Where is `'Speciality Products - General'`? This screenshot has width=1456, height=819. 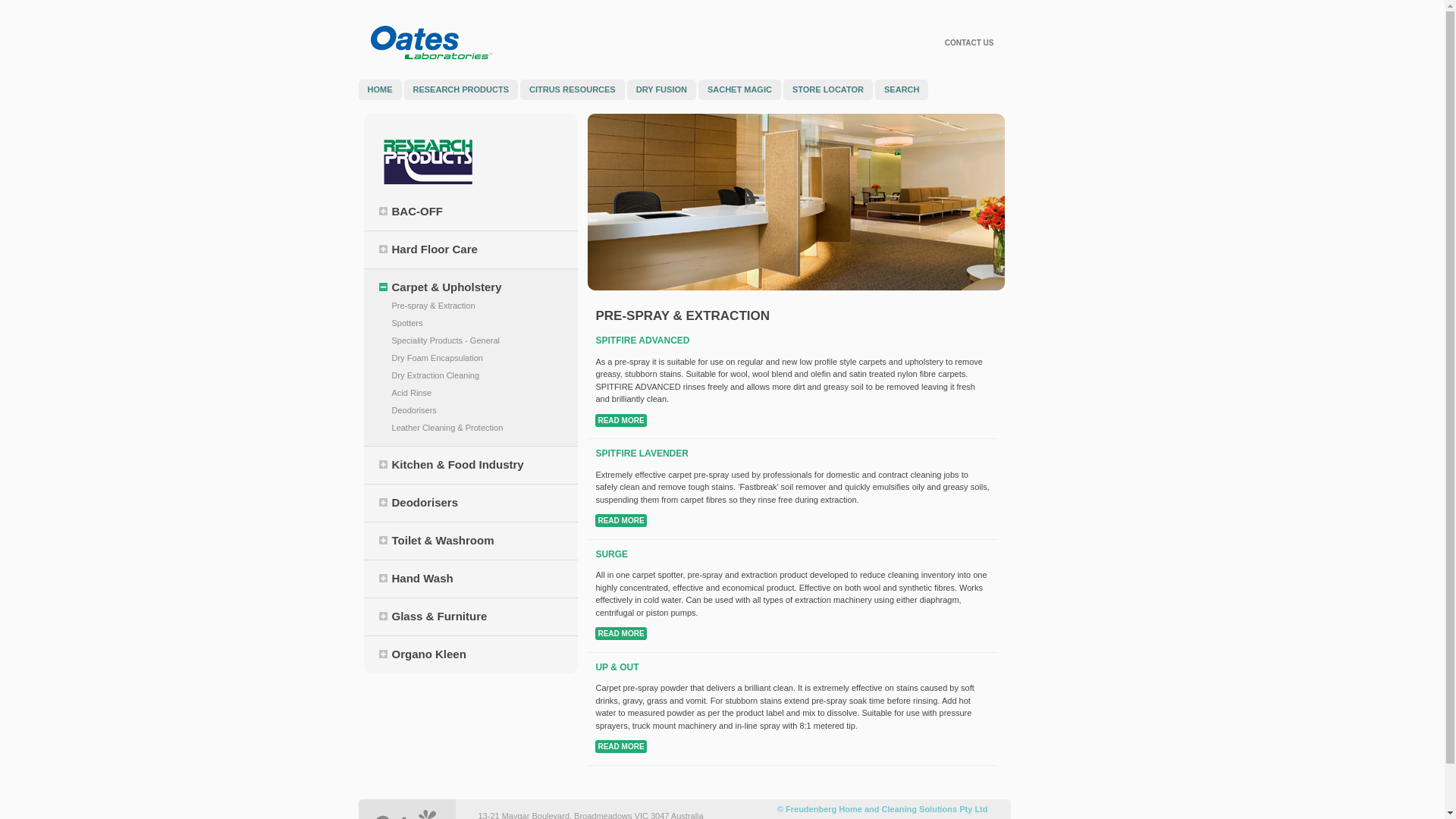
'Speciality Products - General' is located at coordinates (445, 339).